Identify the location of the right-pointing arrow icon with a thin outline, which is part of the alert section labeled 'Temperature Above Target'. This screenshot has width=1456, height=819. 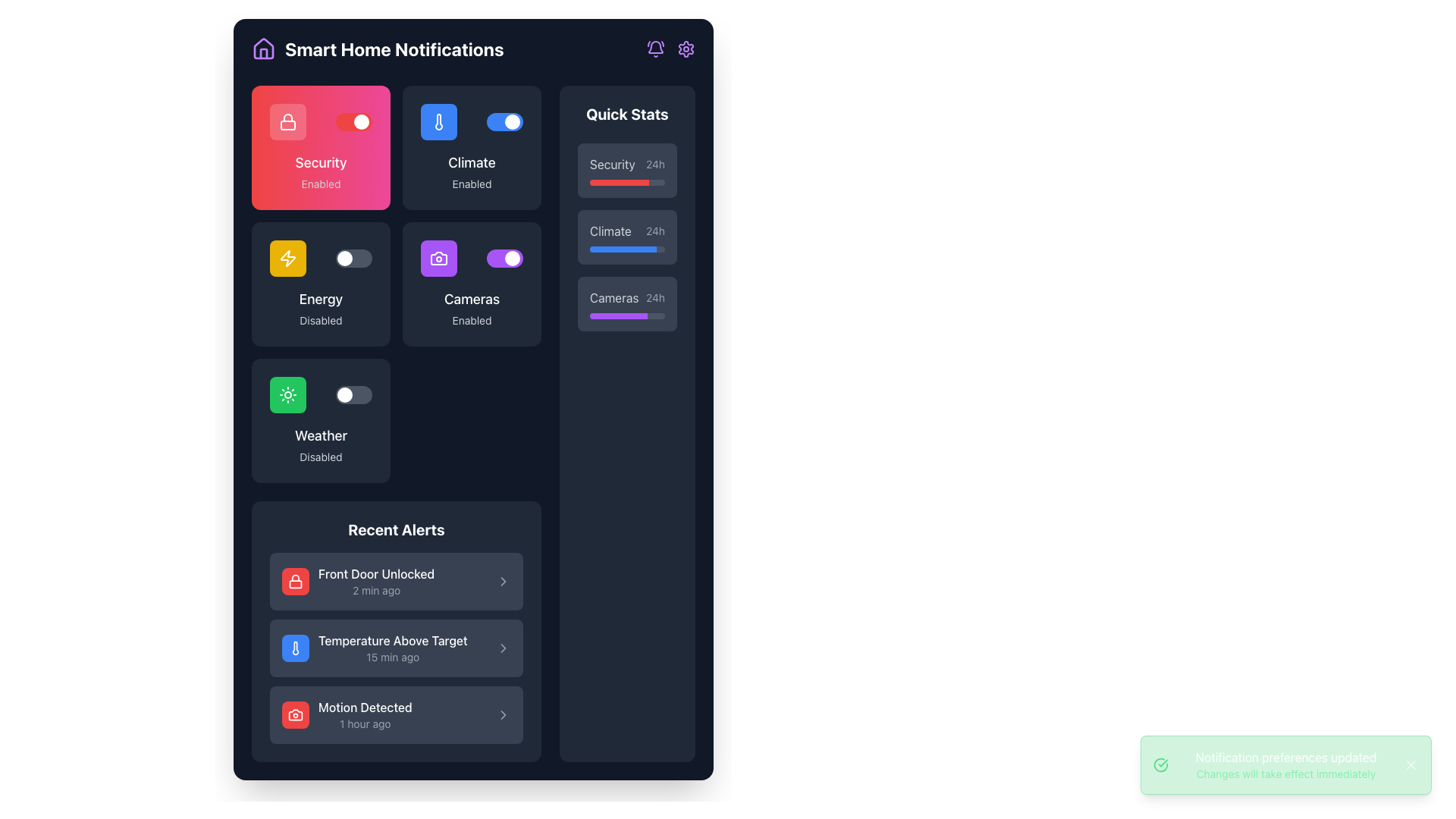
(503, 648).